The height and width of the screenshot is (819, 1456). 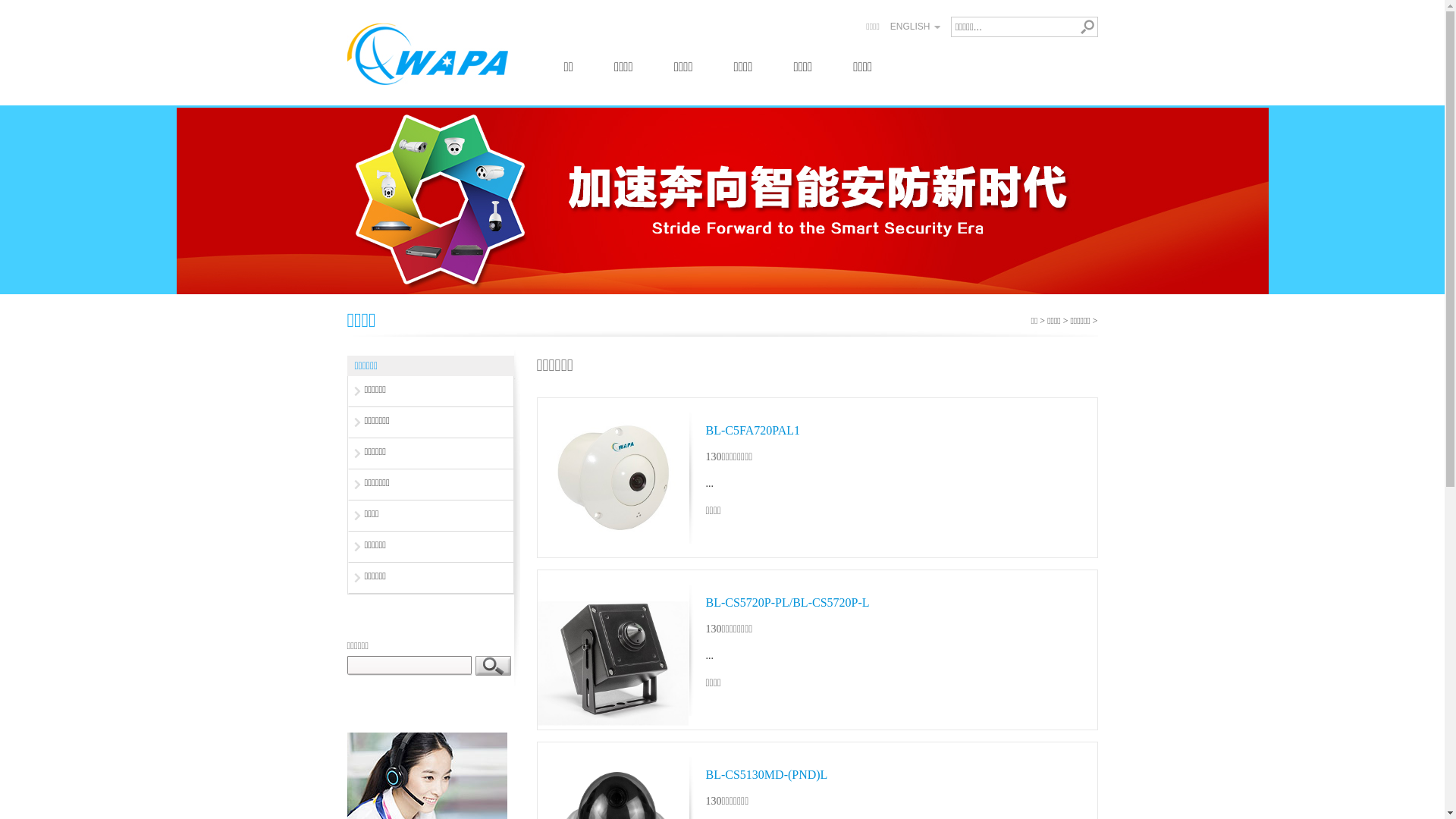 I want to click on 'ENGLISH', so click(x=910, y=26).